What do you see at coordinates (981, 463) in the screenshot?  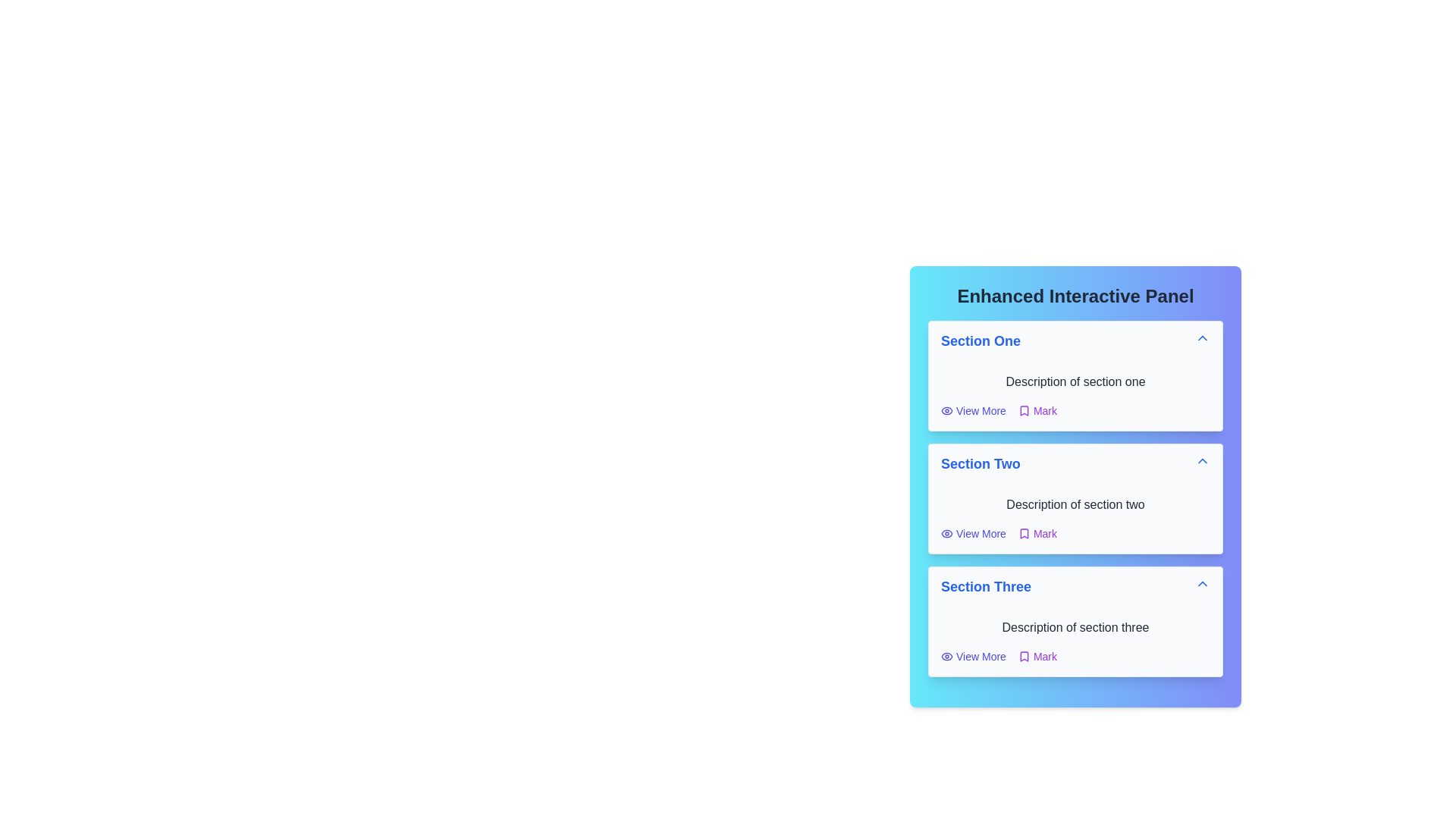 I see `the header text label that identifies the second section of the interactive panel, positioned between 'Section One' and 'Section Three'` at bounding box center [981, 463].